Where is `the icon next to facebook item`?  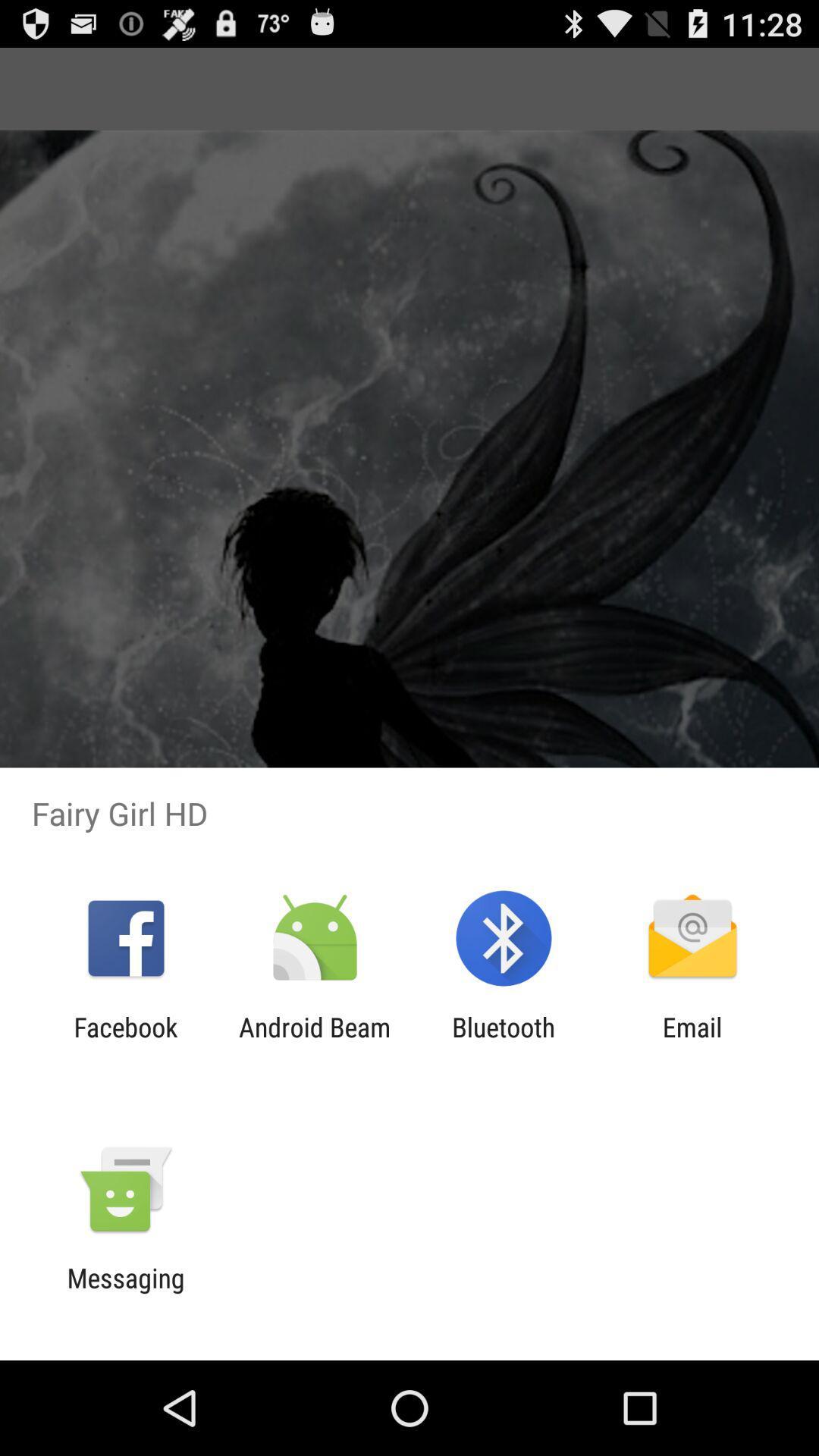 the icon next to facebook item is located at coordinates (314, 1042).